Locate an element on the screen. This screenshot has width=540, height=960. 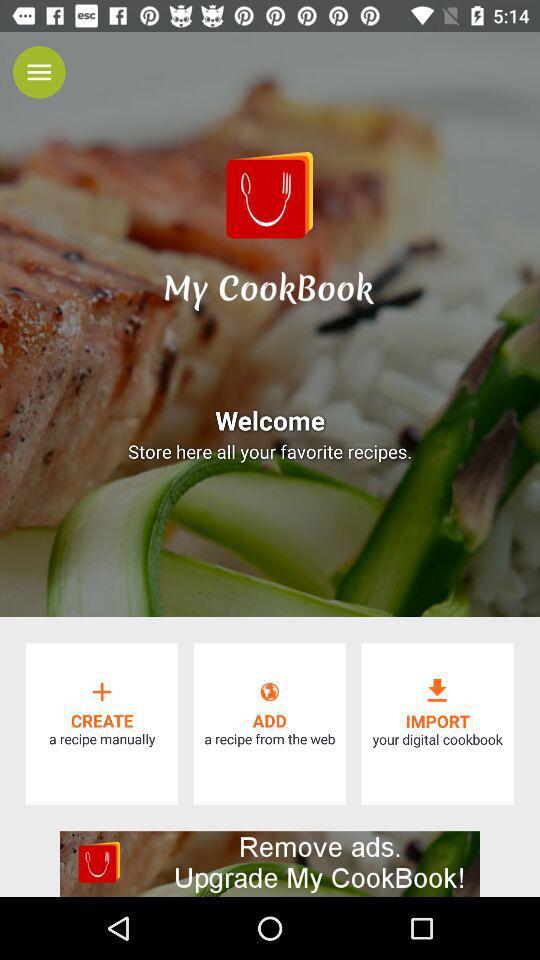
adverdisment is located at coordinates (270, 863).